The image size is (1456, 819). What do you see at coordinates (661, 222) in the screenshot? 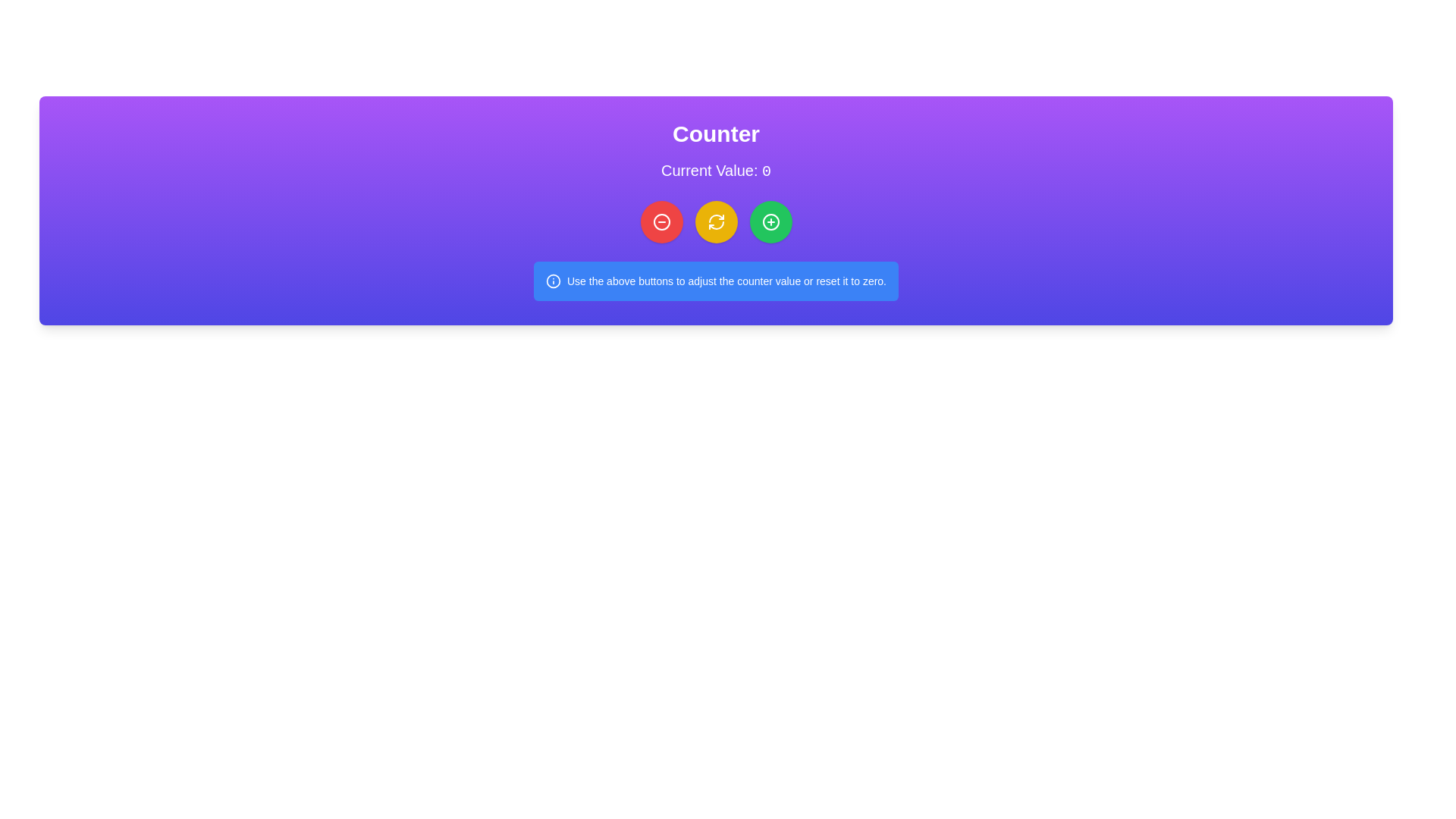
I see `the red decrement icon button located to the left of the counter display to trigger animations` at bounding box center [661, 222].